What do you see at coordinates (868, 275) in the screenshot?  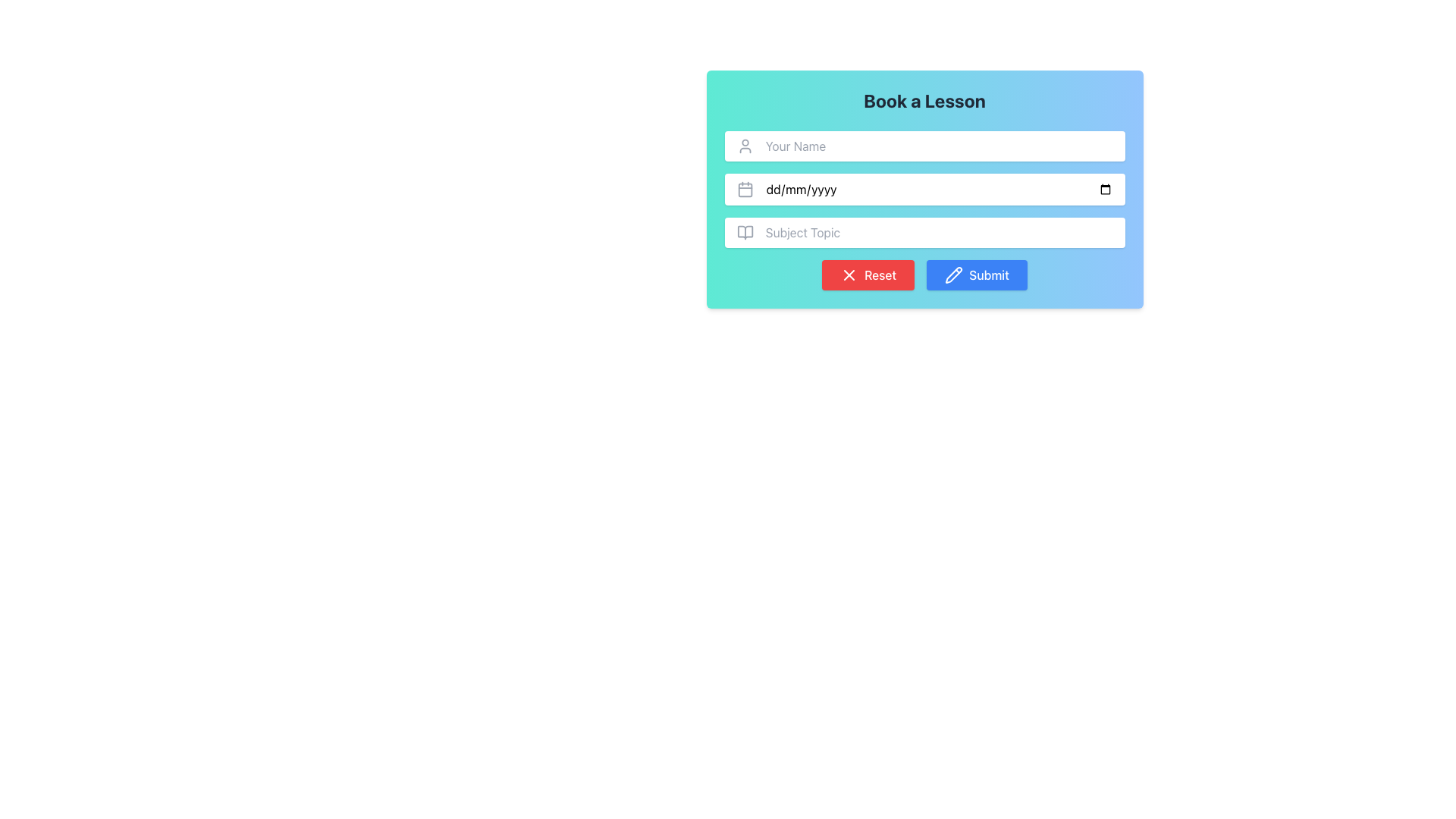 I see `the red 'Reset' button with white text` at bounding box center [868, 275].